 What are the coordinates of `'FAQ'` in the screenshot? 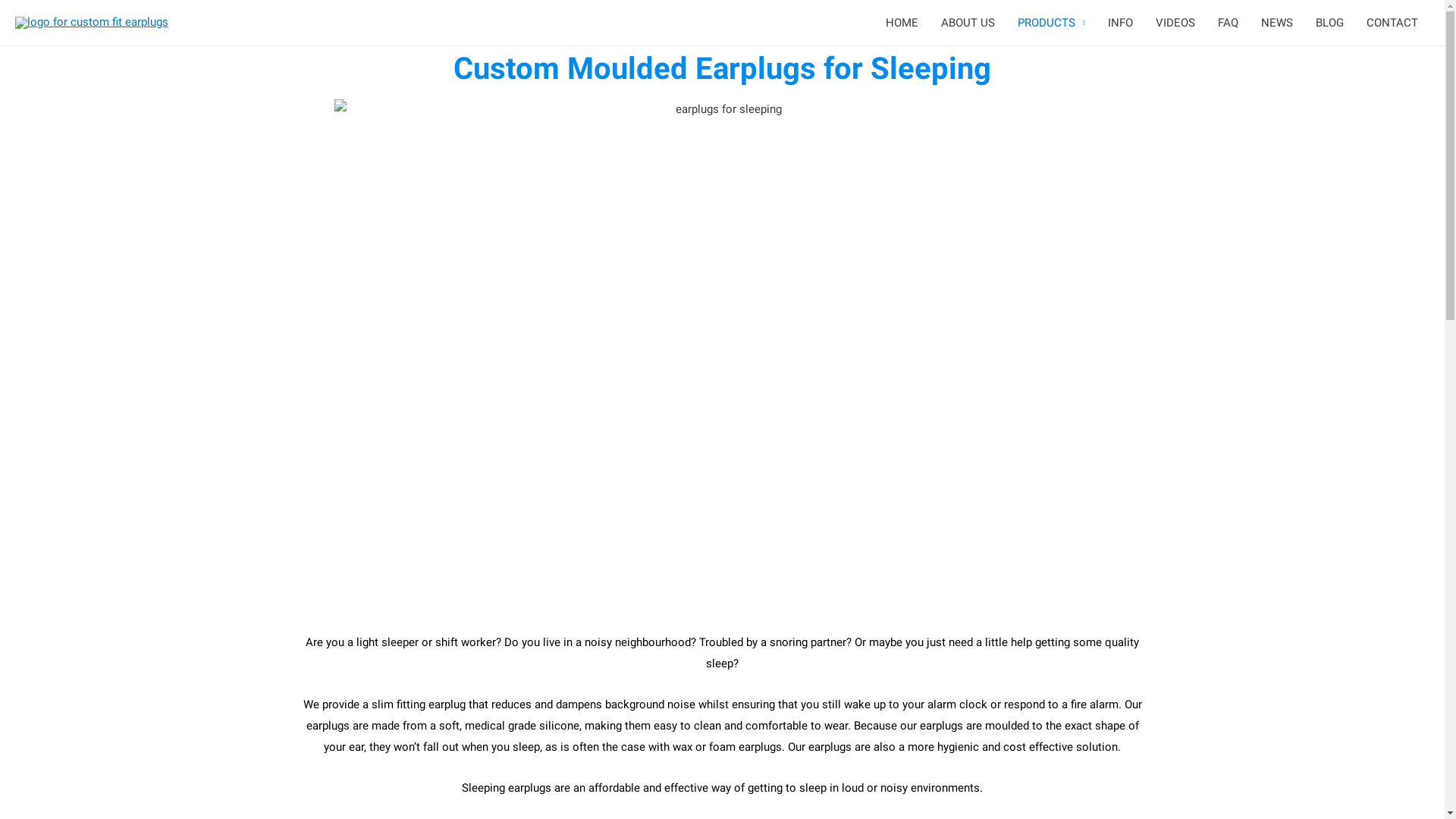 It's located at (1228, 23).